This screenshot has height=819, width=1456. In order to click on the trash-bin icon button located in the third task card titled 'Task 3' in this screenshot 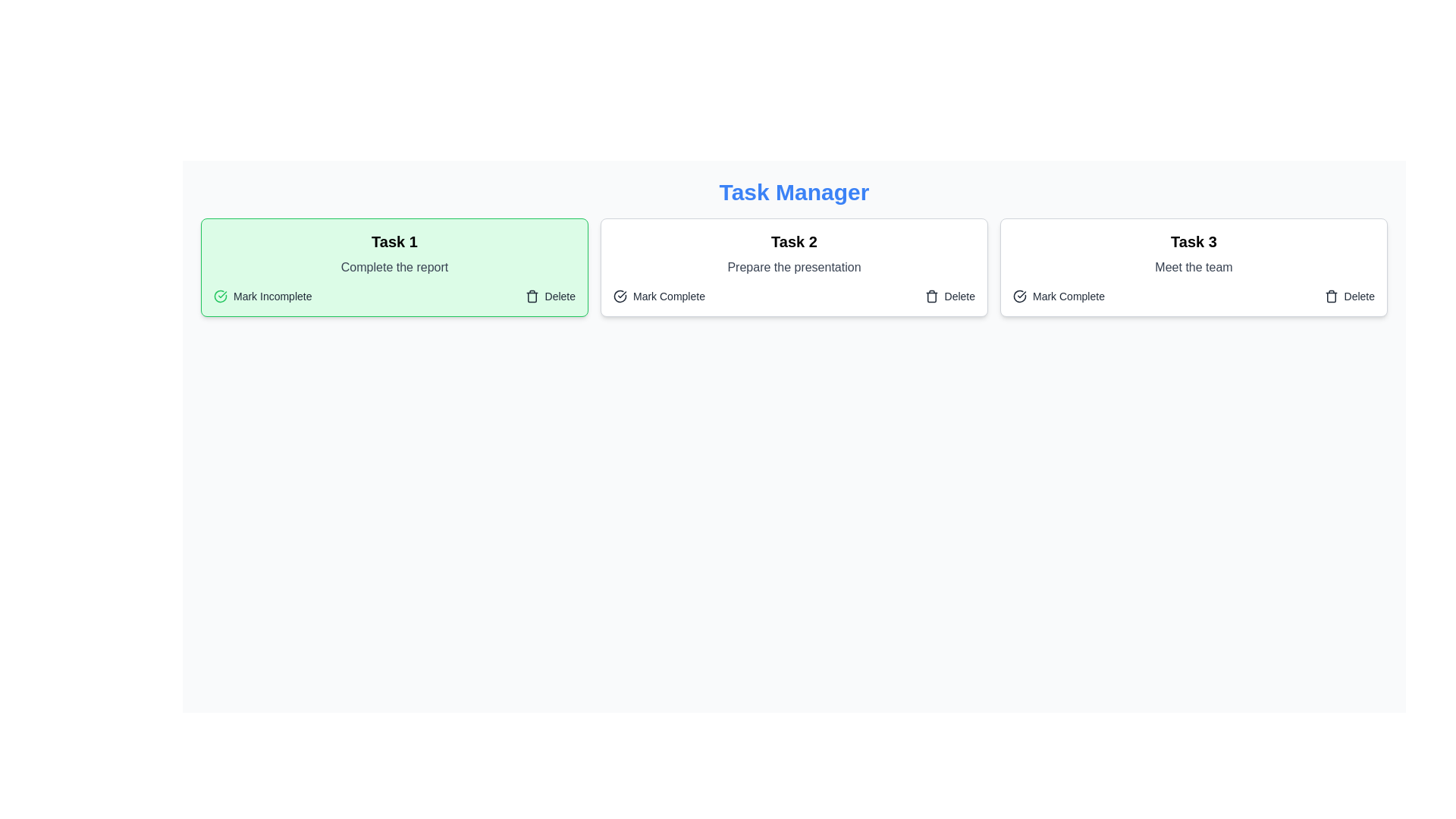, I will do `click(1330, 297)`.